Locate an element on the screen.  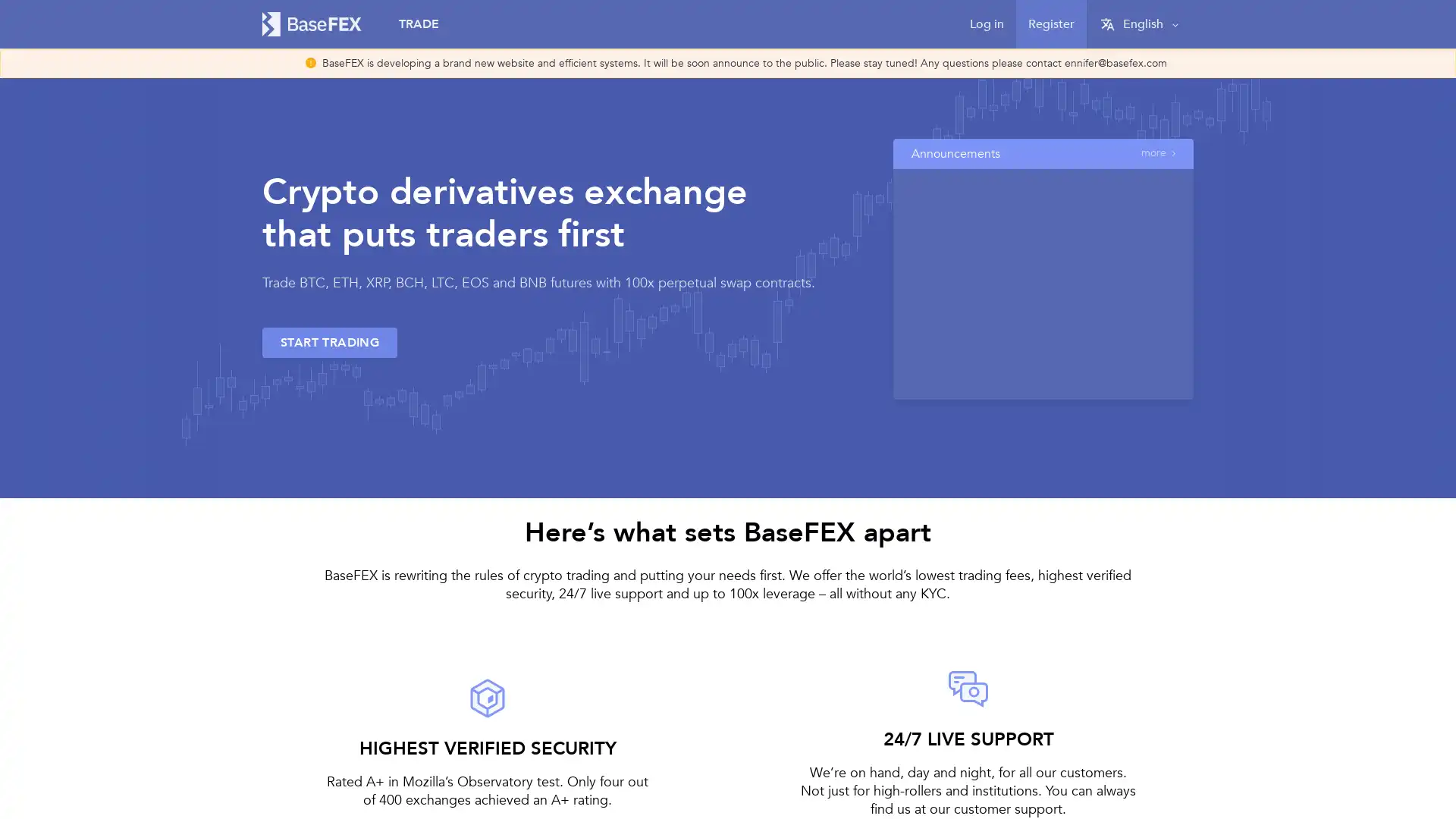
START TRADING is located at coordinates (329, 342).